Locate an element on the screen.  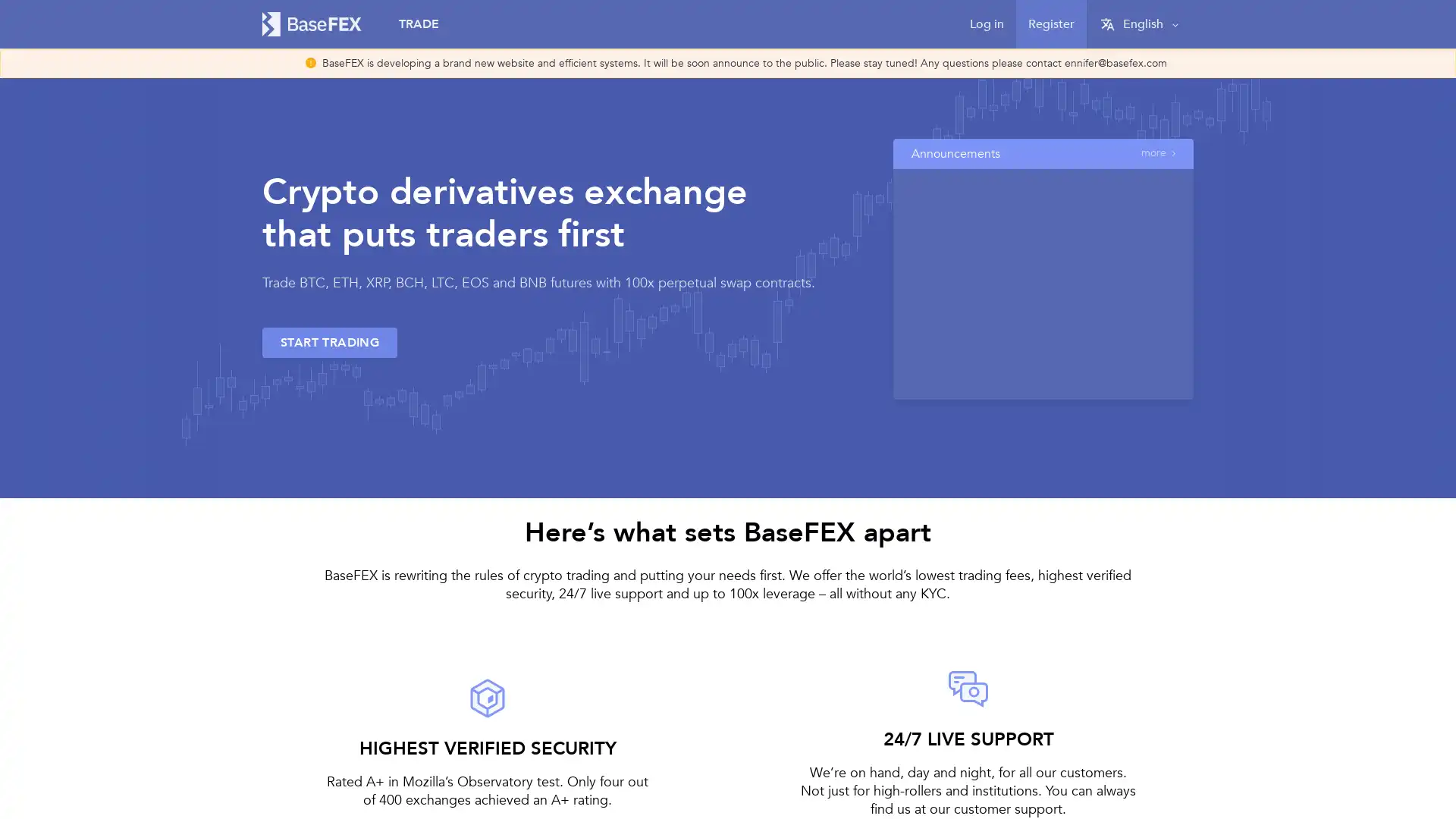
START TRADING is located at coordinates (329, 342).